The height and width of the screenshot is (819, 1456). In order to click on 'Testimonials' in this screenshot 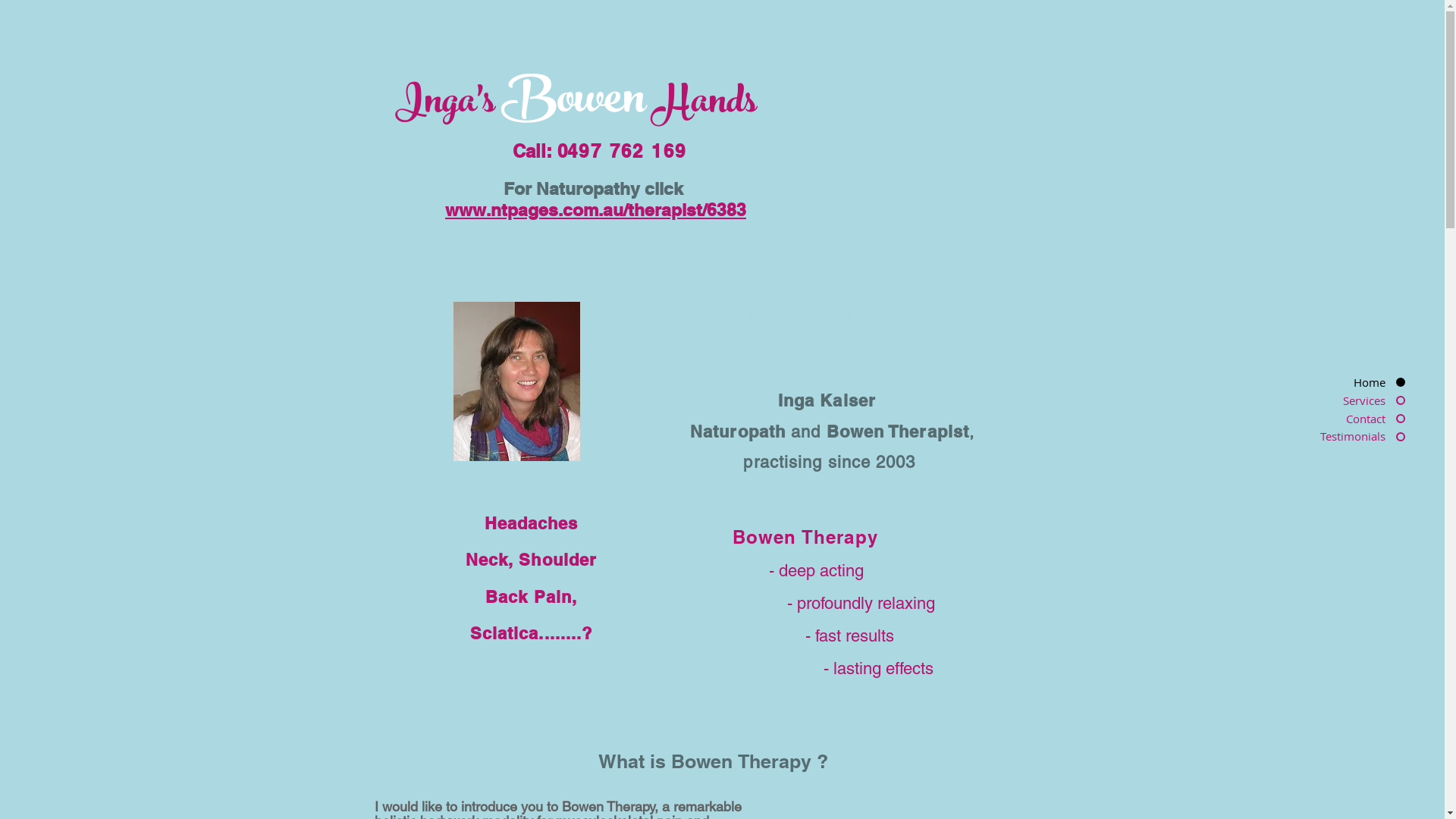, I will do `click(1343, 436)`.